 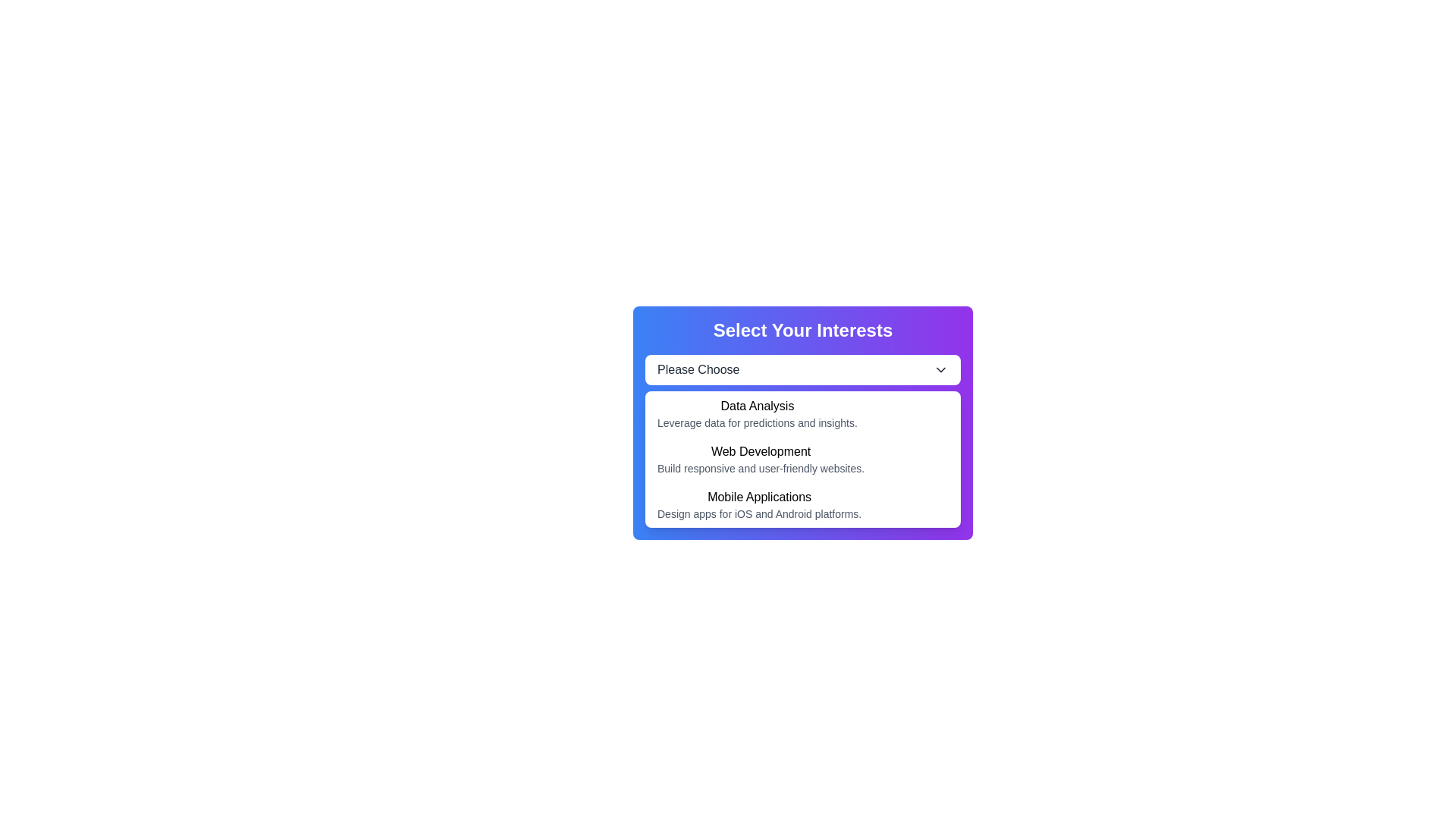 I want to click on the first Text label in the selectable list titled 'Select Your Interests', which provides information about data analysis, so click(x=757, y=414).